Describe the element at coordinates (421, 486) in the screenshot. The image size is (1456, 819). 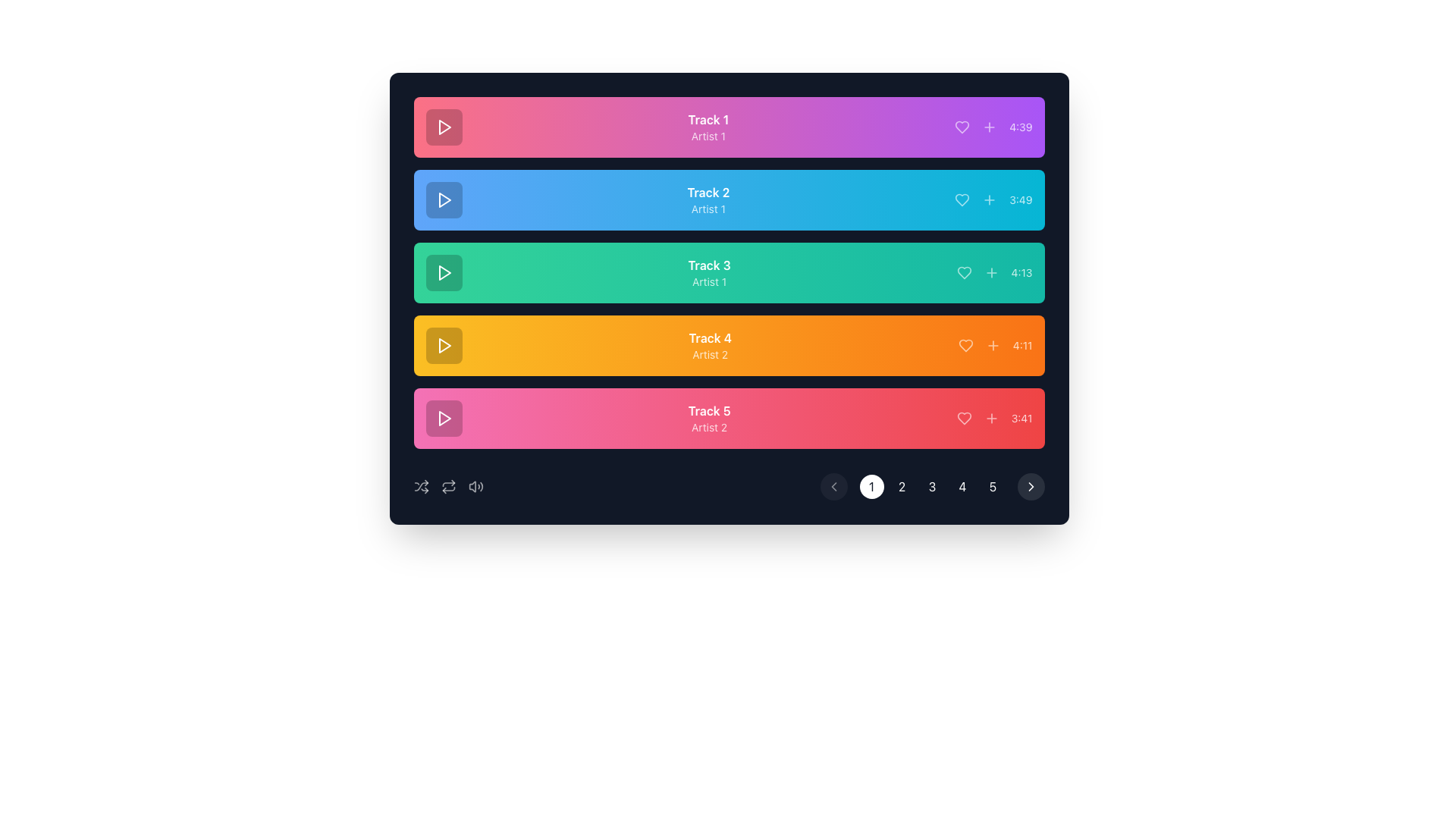
I see `the shuffle button, which is represented by an icon of intersecting arrows located in the bottom left corner of the control panel` at that location.